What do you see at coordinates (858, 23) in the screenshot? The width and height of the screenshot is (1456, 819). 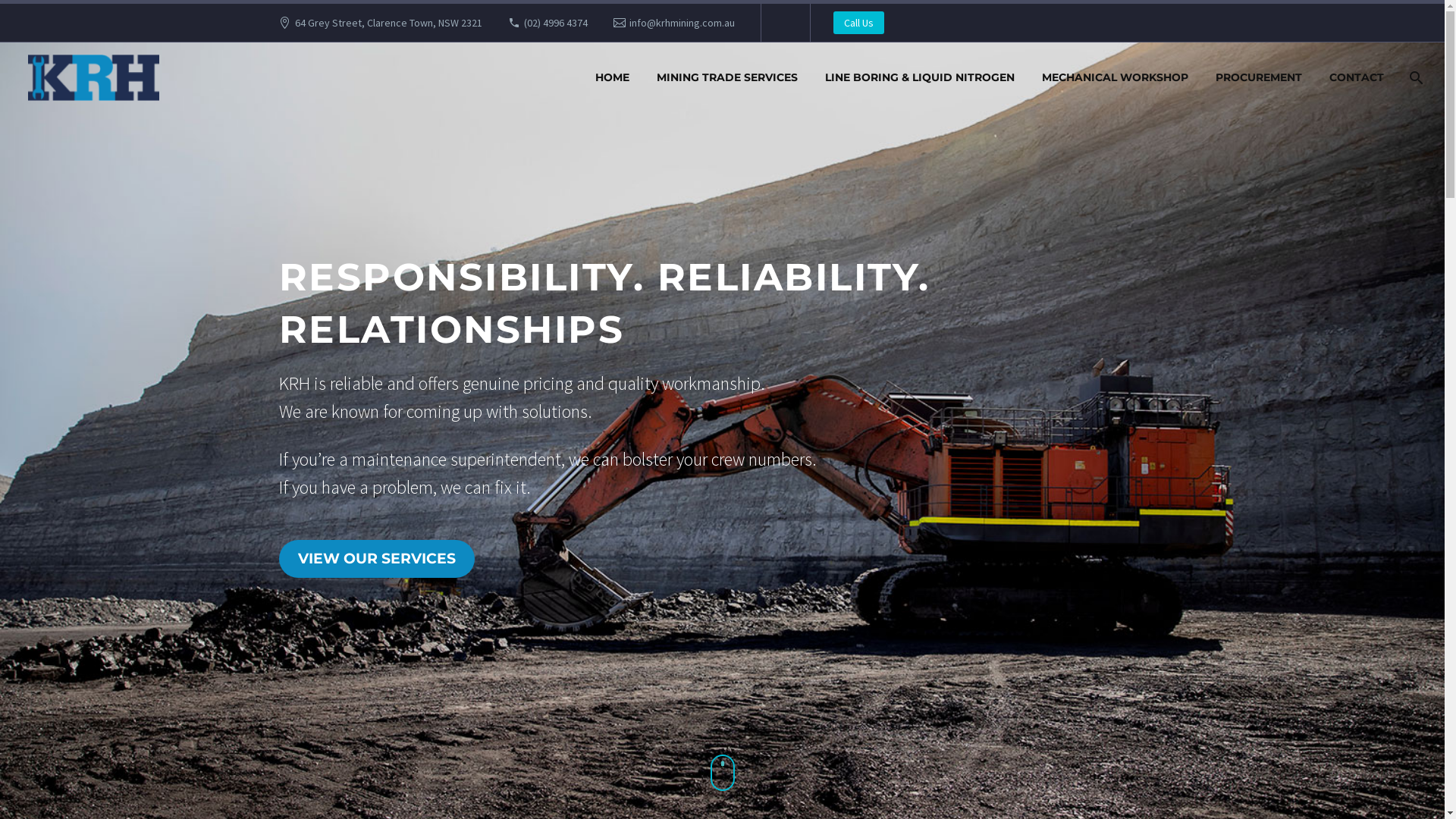 I see `'Call Us'` at bounding box center [858, 23].